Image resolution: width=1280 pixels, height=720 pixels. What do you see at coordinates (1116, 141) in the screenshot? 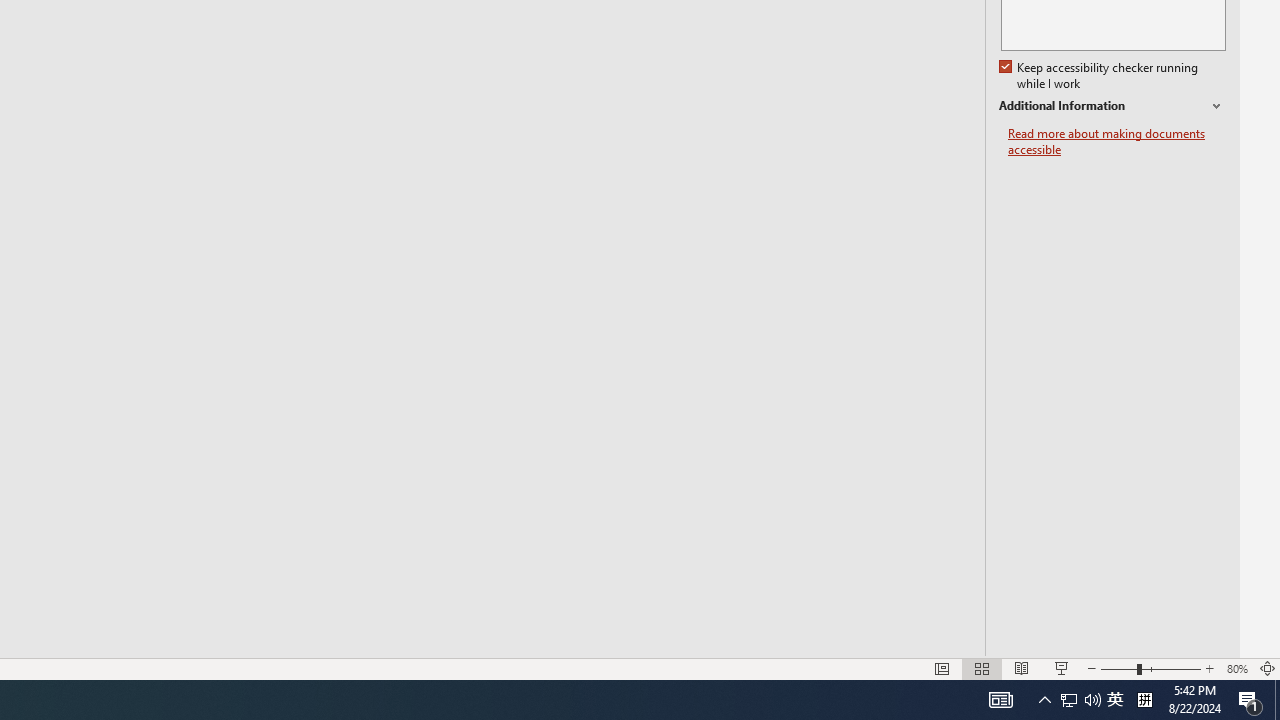
I see `'Read more about making documents accessible'` at bounding box center [1116, 141].